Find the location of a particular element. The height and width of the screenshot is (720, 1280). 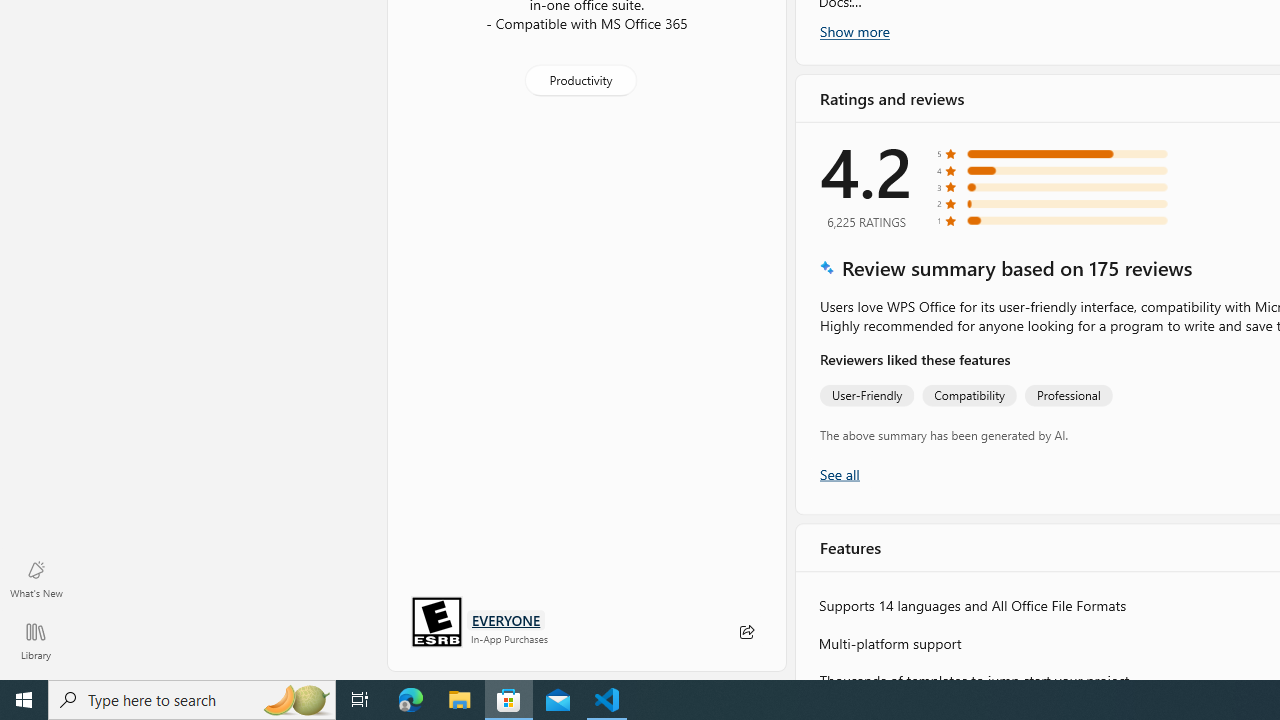

'What' is located at coordinates (35, 578).